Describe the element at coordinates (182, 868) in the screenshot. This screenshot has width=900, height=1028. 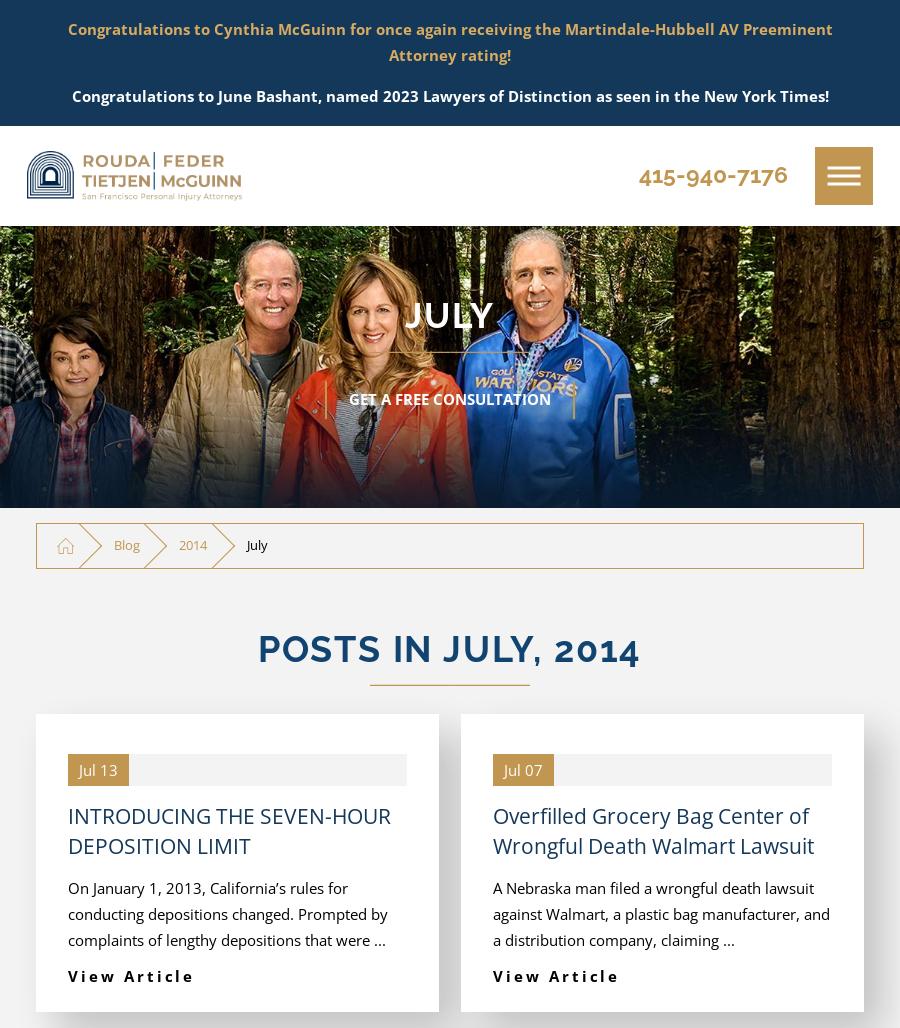
I see `'Pedestrian Accidents'` at that location.